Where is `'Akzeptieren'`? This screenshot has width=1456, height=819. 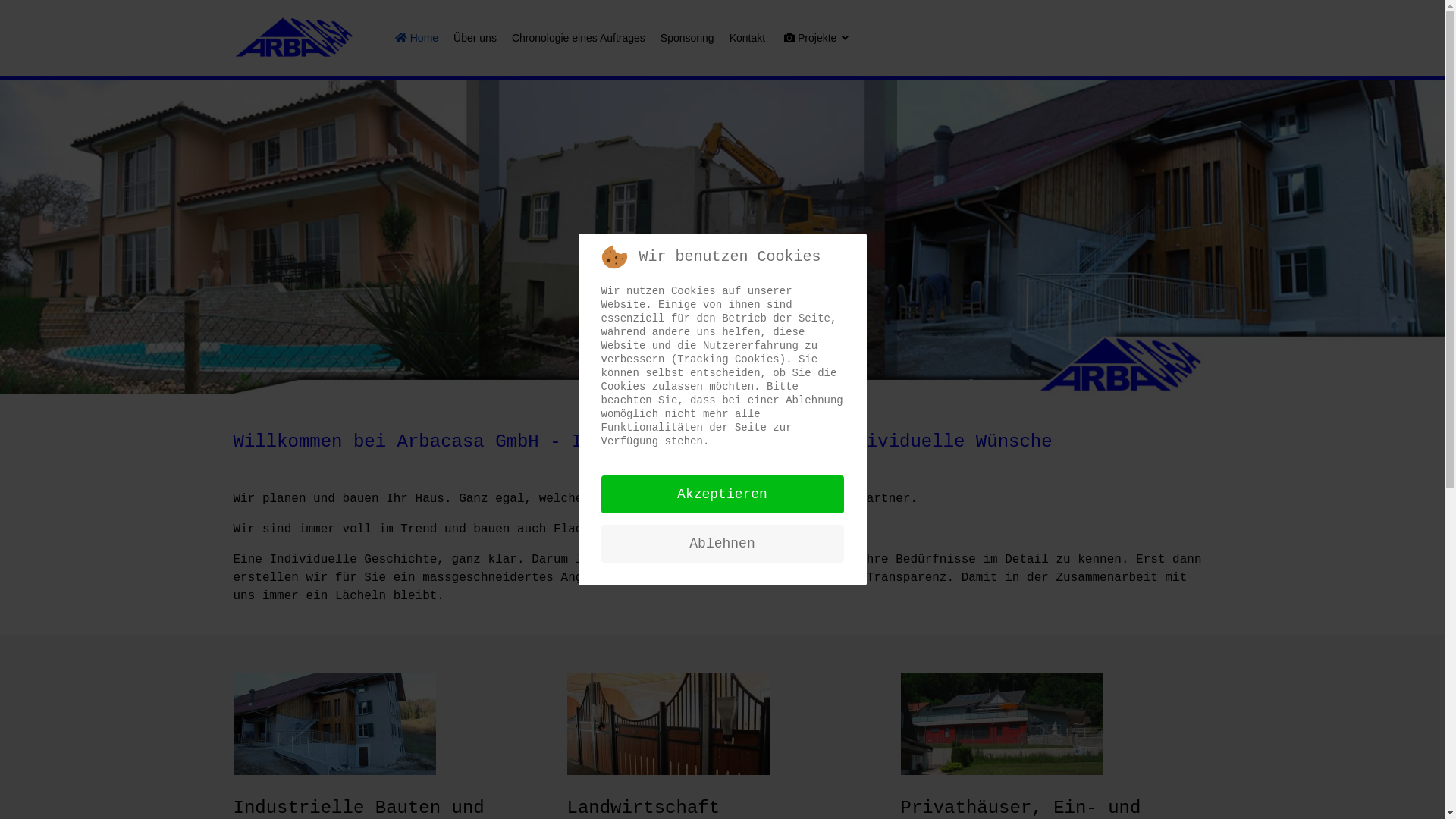
'Akzeptieren' is located at coordinates (720, 494).